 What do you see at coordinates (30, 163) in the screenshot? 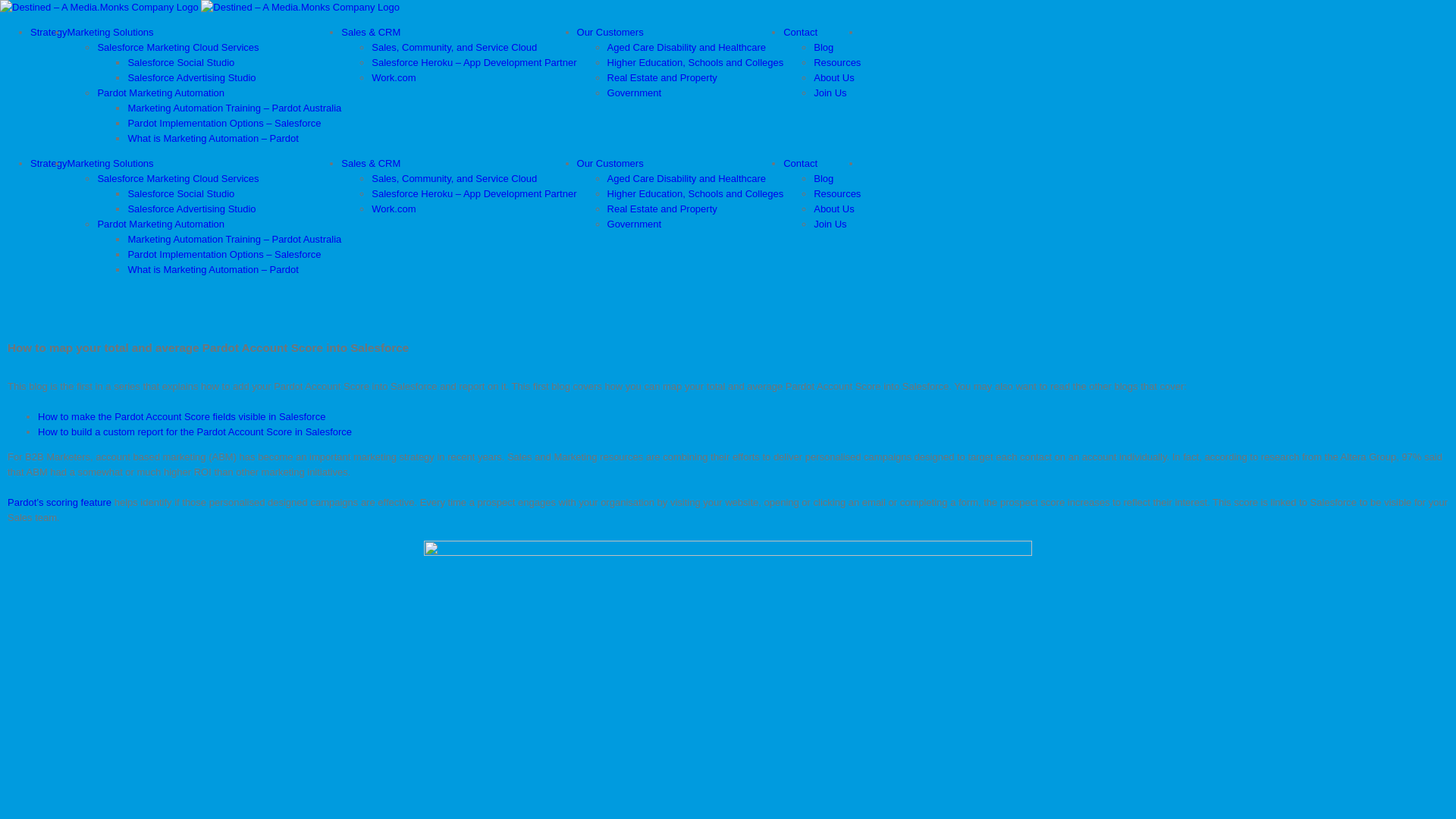
I see `'Strategy'` at bounding box center [30, 163].